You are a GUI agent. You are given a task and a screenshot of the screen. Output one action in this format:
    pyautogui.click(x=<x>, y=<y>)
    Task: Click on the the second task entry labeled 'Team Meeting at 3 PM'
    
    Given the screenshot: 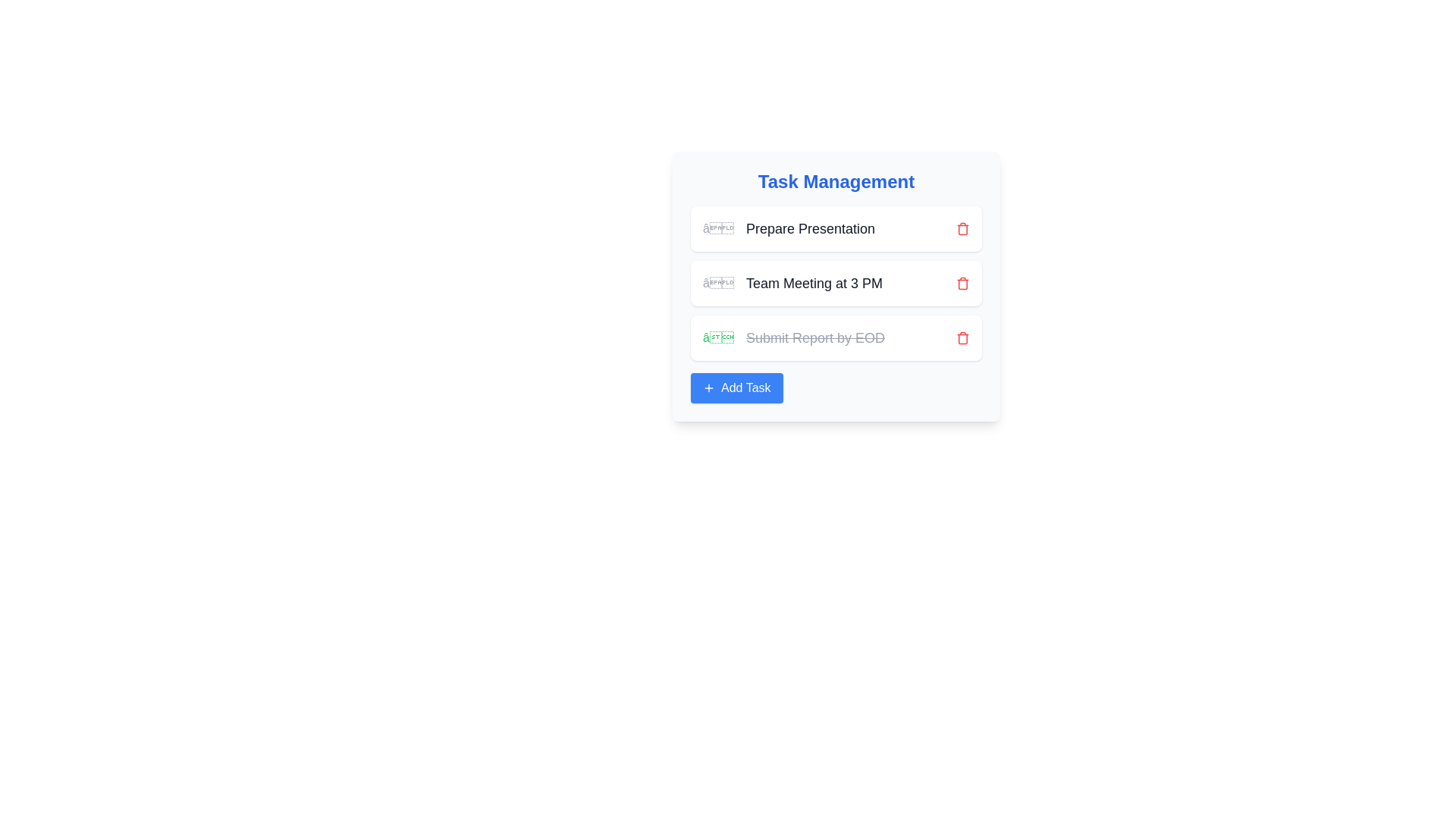 What is the action you would take?
    pyautogui.click(x=792, y=284)
    